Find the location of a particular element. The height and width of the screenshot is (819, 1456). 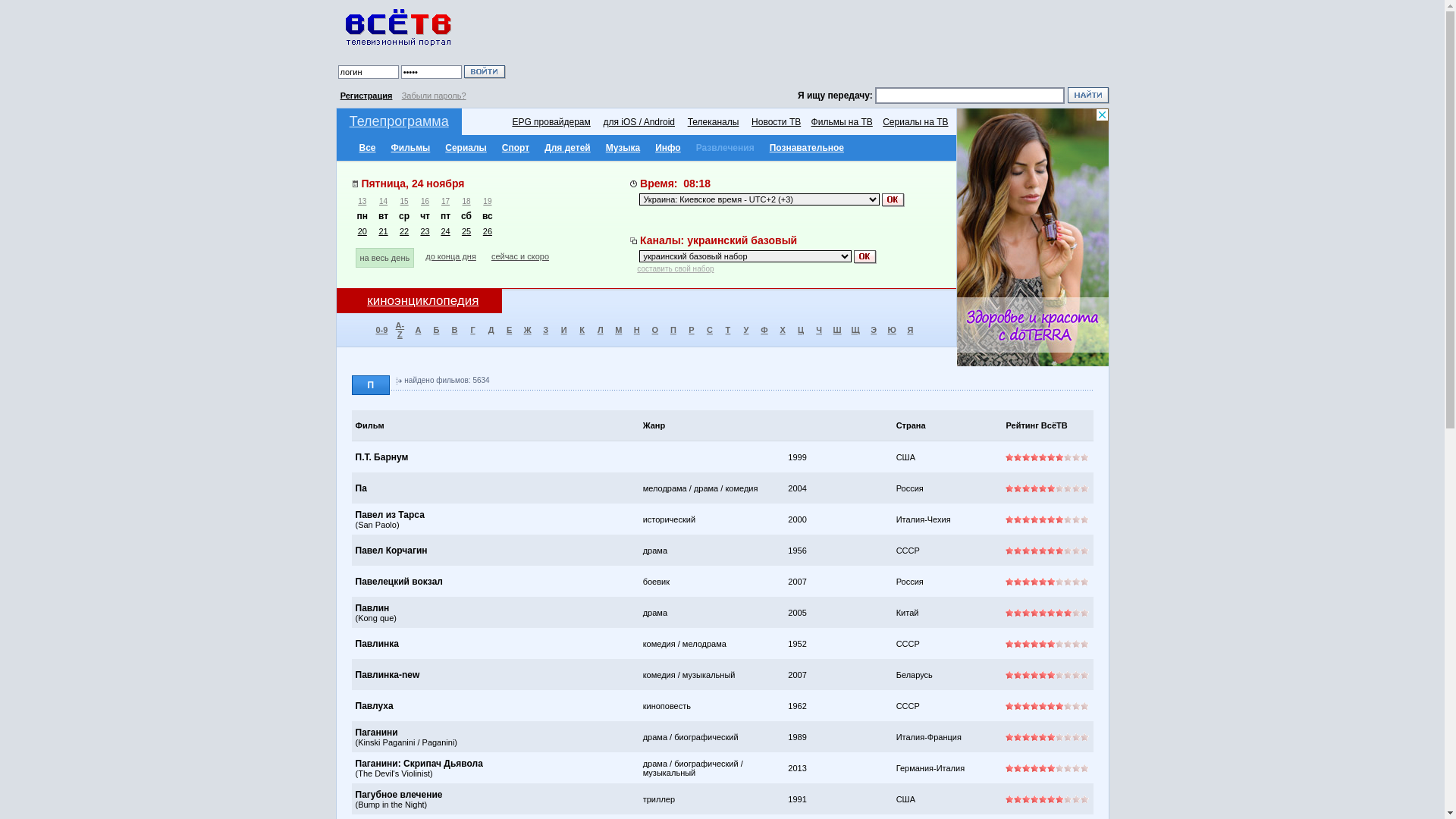

'17' is located at coordinates (440, 200).